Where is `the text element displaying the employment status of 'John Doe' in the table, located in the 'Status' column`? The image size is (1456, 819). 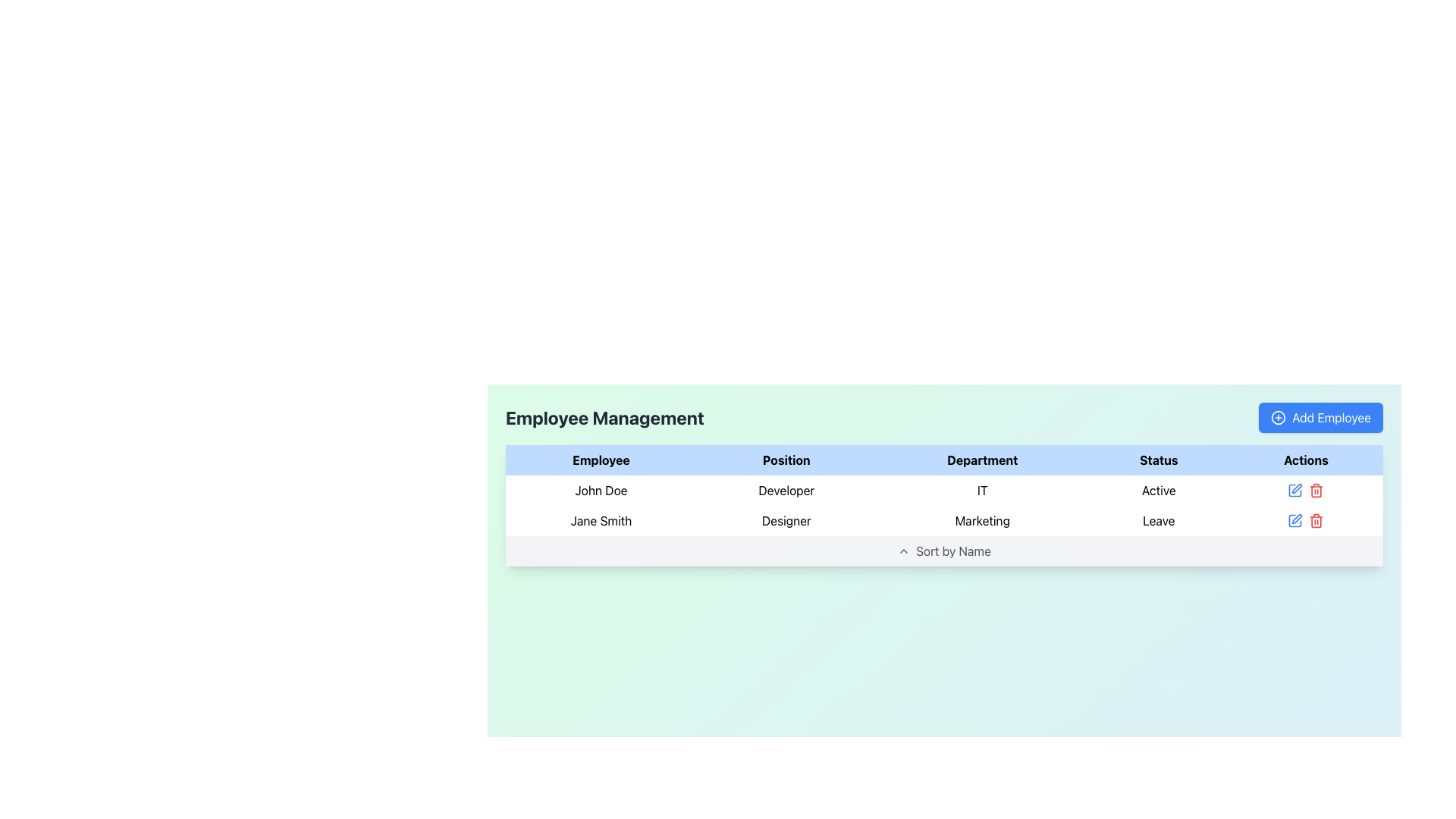
the text element displaying the employment status of 'John Doe' in the table, located in the 'Status' column is located at coordinates (1158, 491).